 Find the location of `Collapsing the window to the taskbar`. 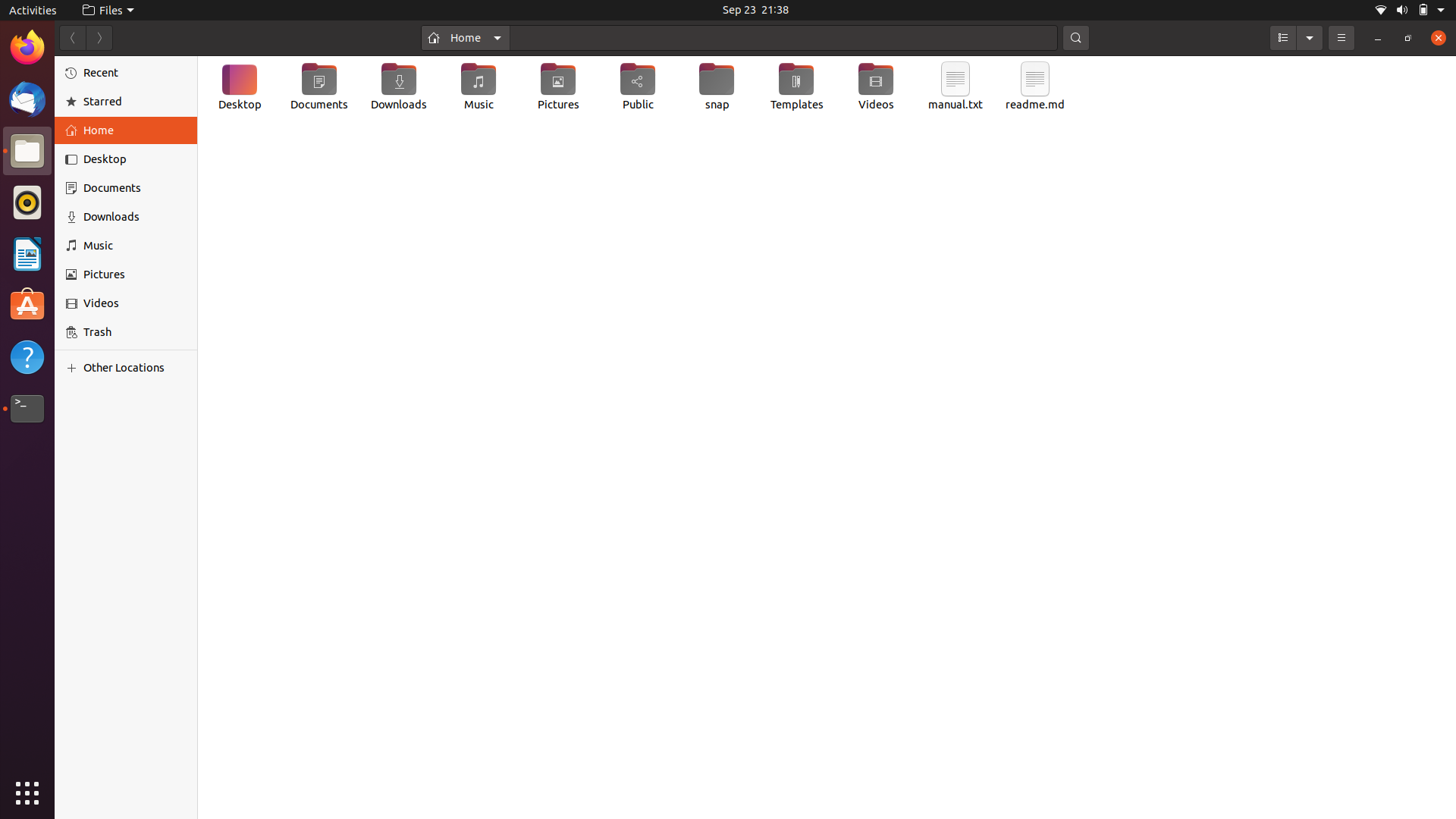

Collapsing the window to the taskbar is located at coordinates (1377, 37).